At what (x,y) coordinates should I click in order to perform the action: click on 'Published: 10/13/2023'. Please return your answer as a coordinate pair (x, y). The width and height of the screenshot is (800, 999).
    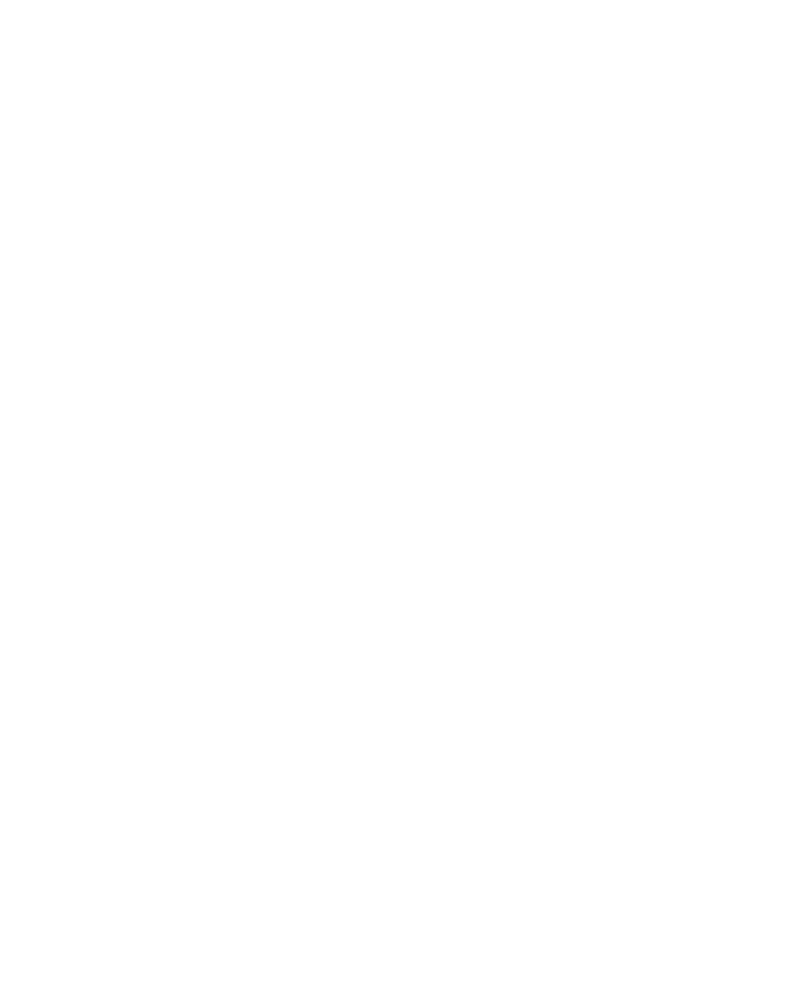
    Looking at the image, I should click on (366, 359).